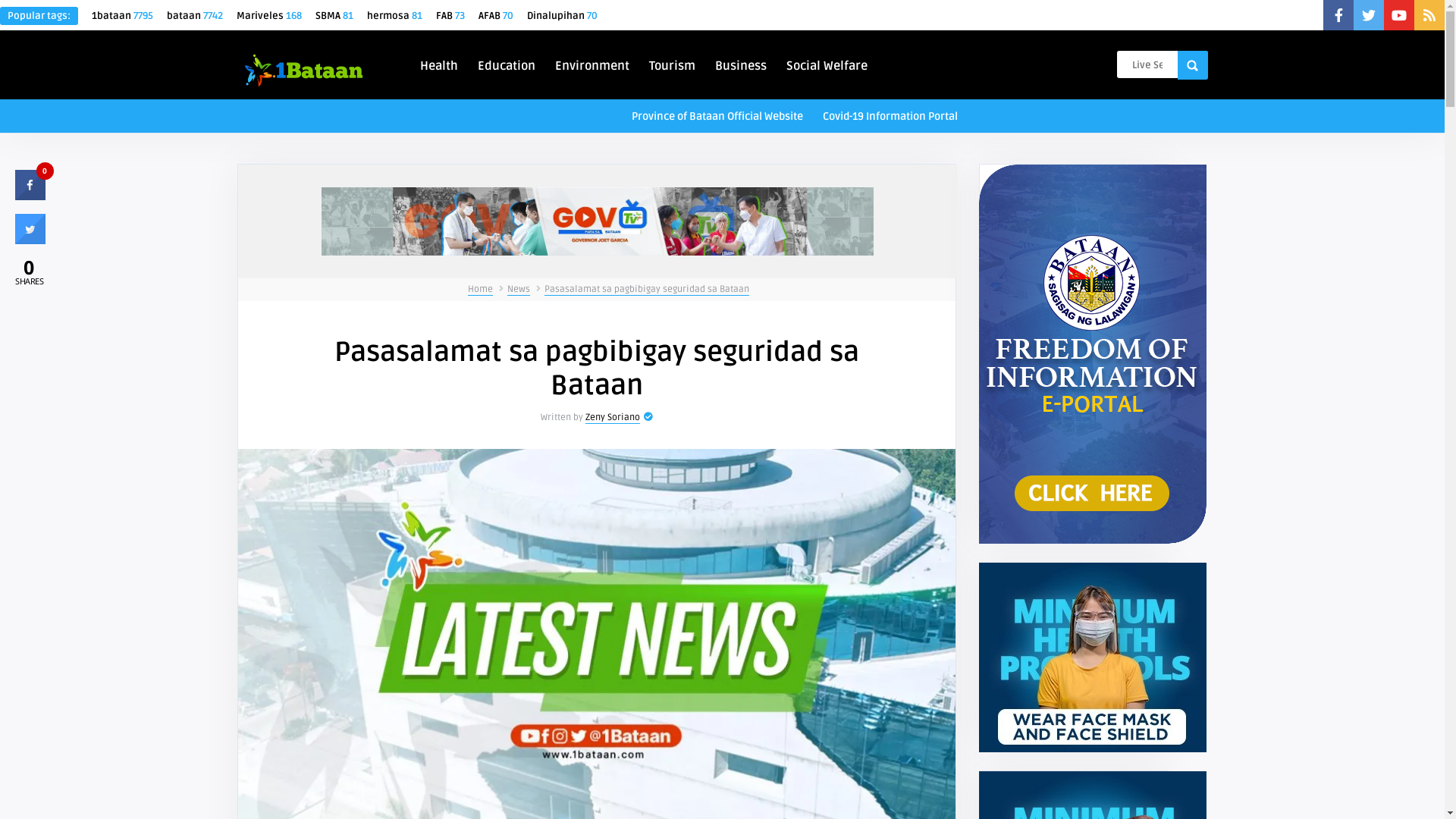  What do you see at coordinates (708, 63) in the screenshot?
I see `'Business'` at bounding box center [708, 63].